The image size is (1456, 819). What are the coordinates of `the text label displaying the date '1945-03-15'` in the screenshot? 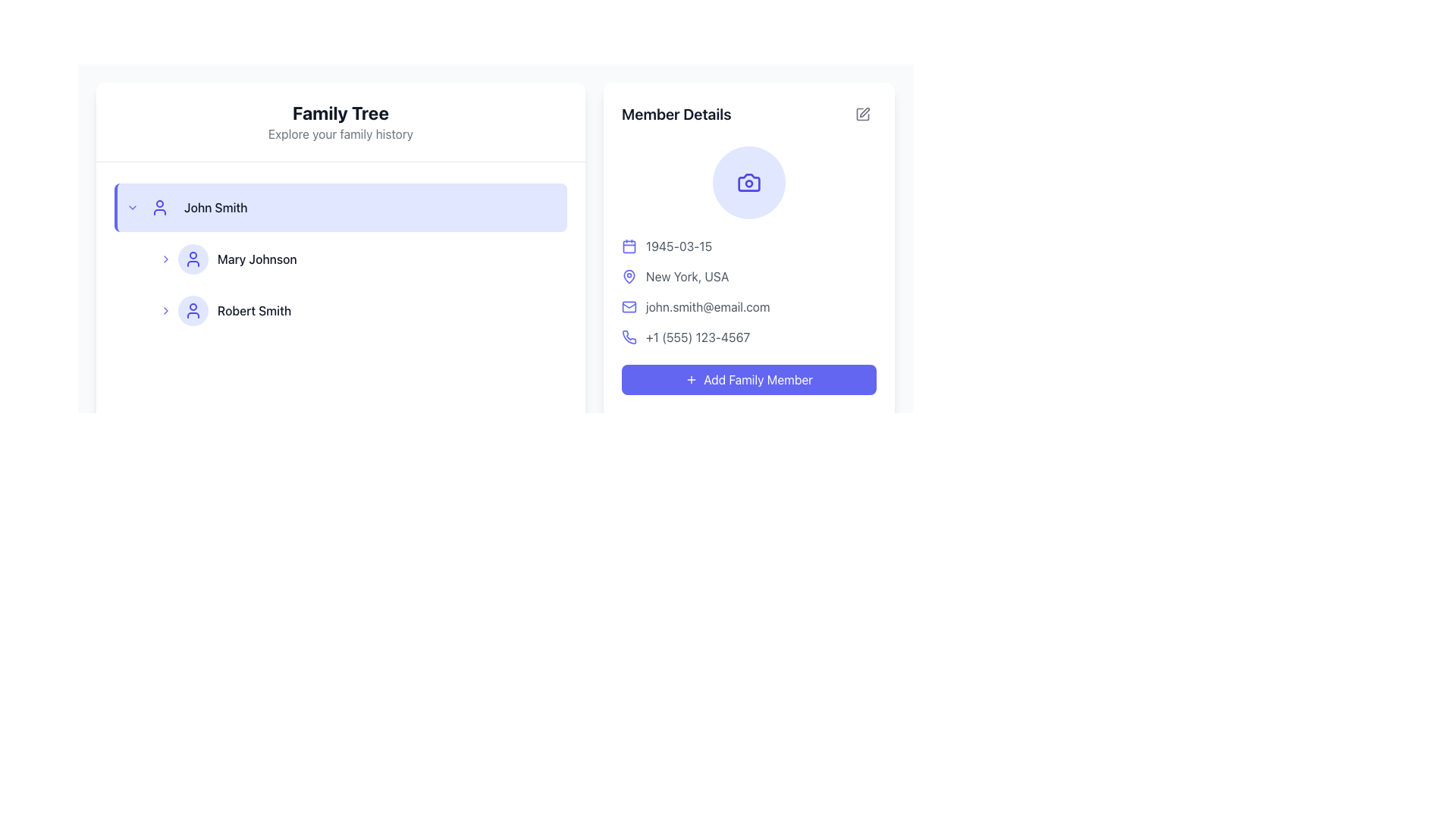 It's located at (678, 245).